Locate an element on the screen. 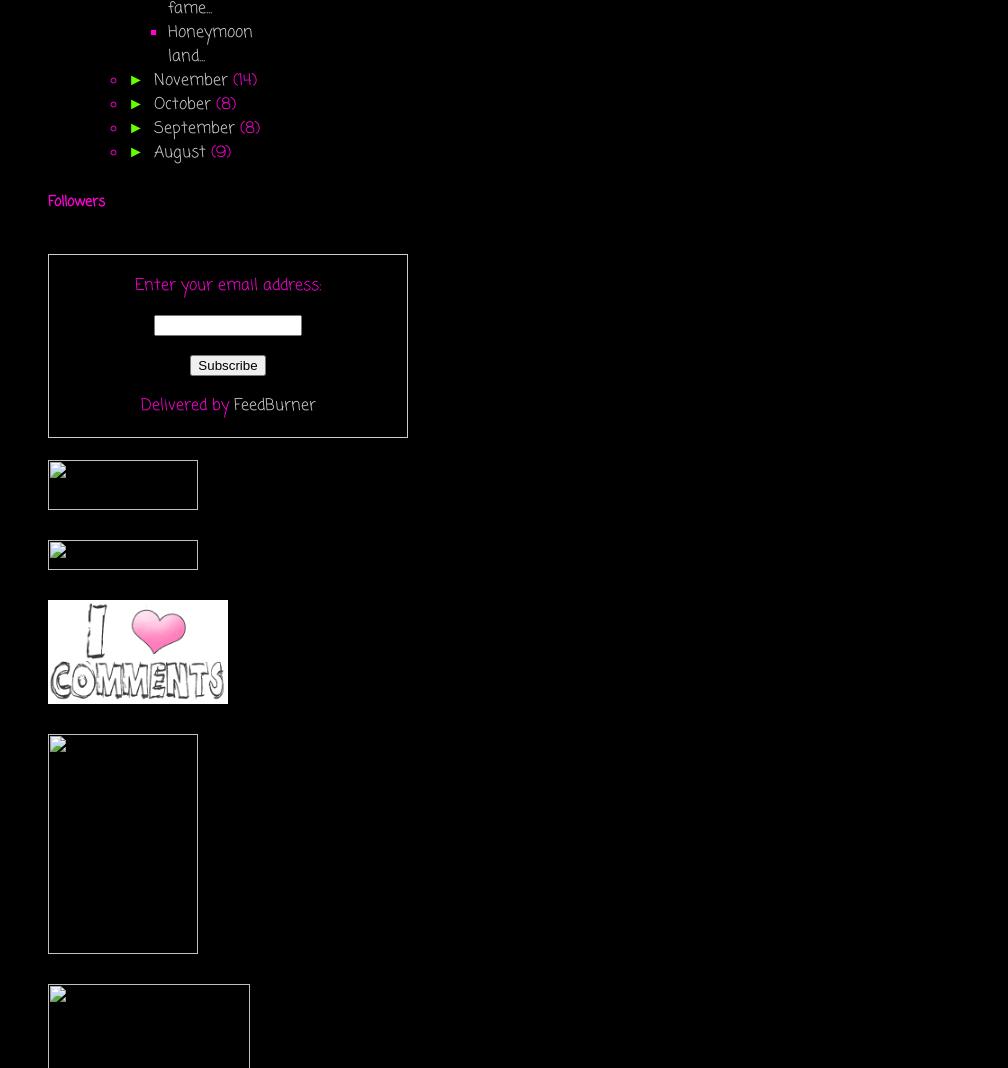  'Followers' is located at coordinates (76, 202).